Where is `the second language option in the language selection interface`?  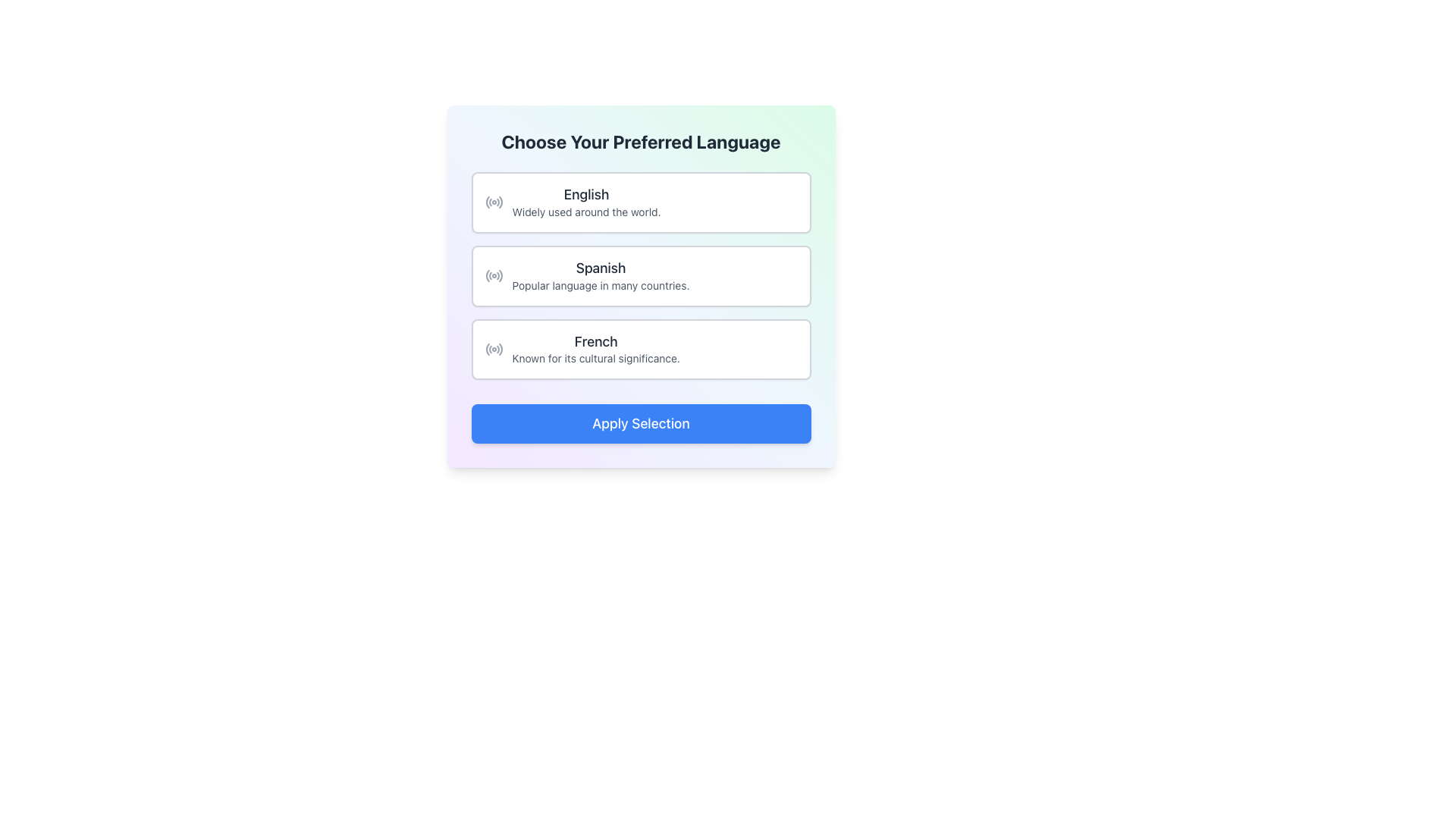 the second language option in the language selection interface is located at coordinates (586, 276).